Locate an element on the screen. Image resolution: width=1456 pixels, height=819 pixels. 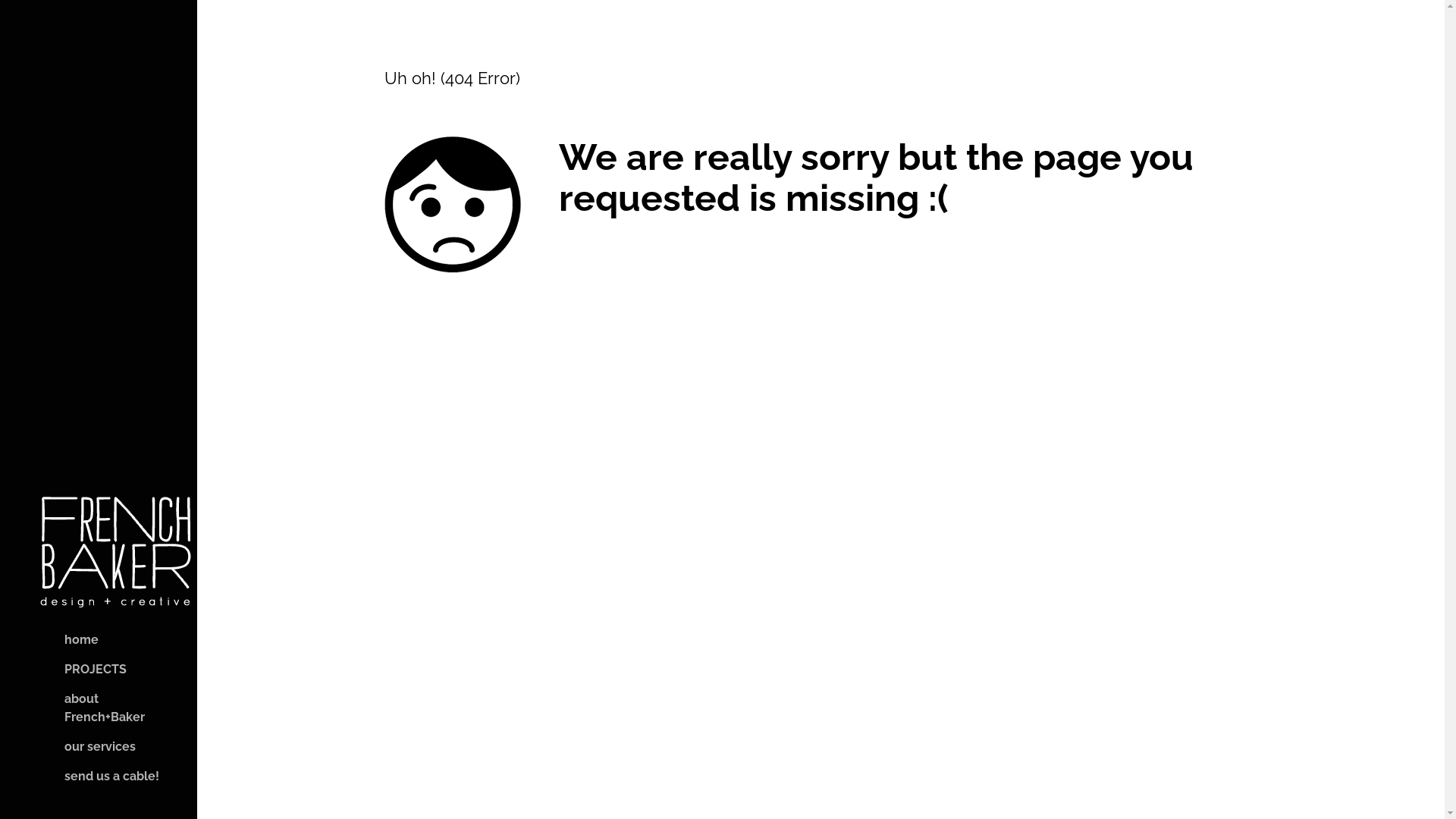
'our services' is located at coordinates (86, 745).